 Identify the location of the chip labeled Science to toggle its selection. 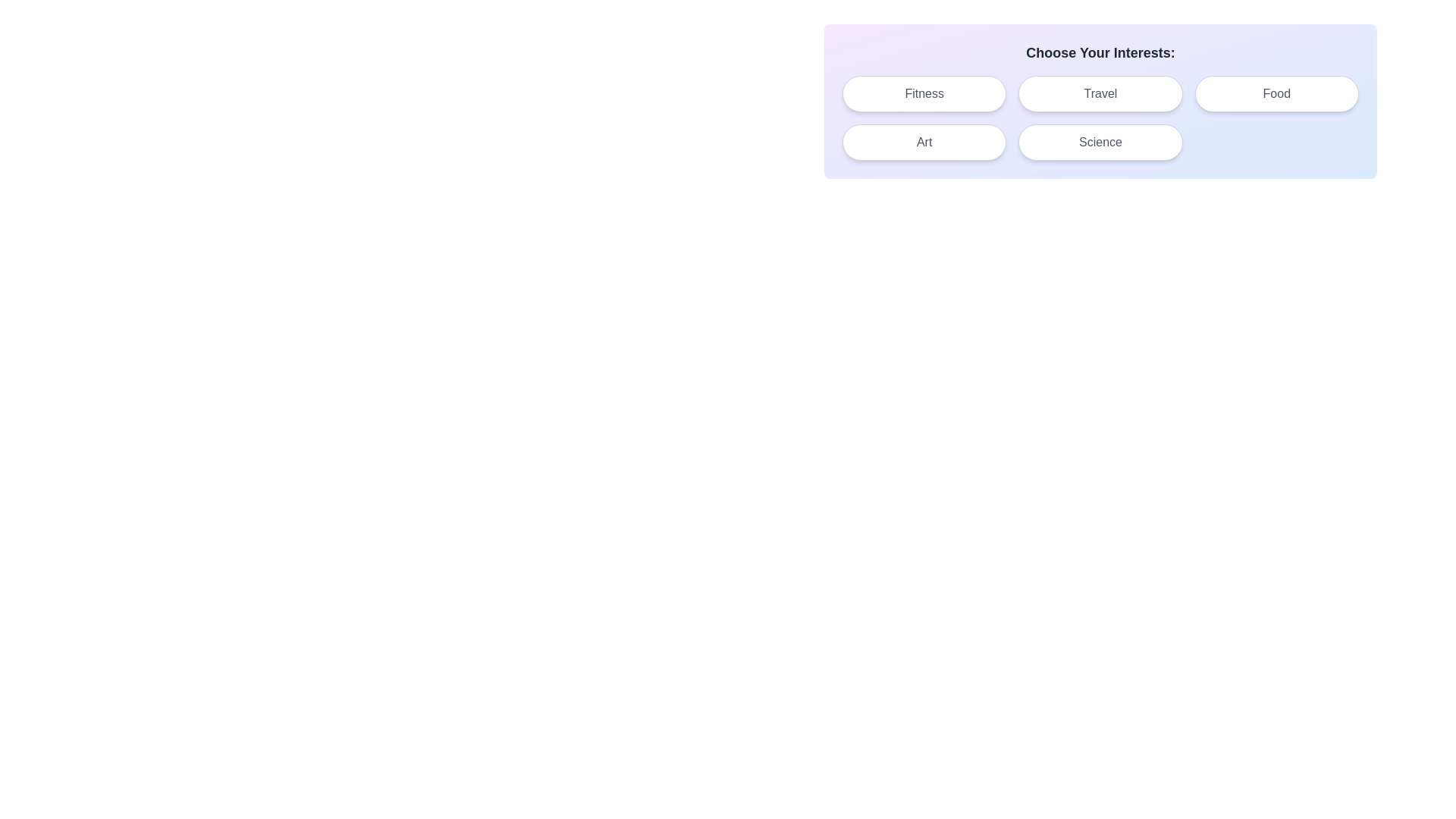
(1100, 143).